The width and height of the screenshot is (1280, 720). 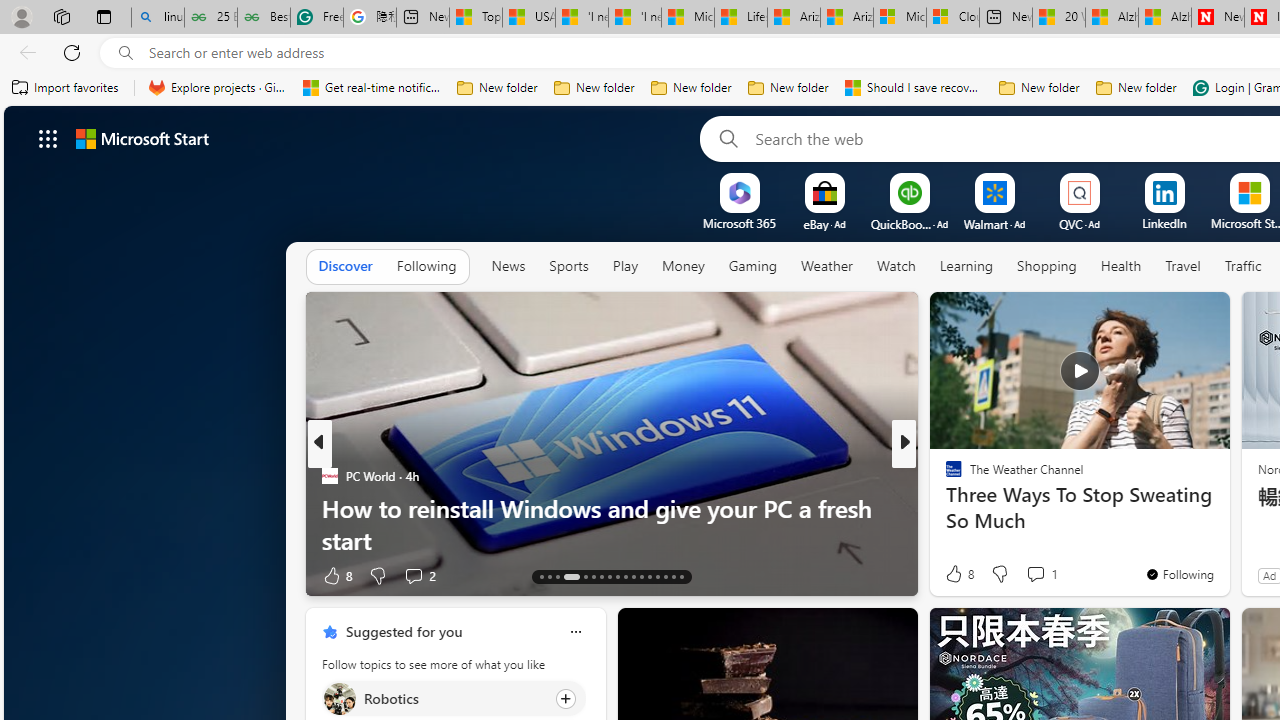 What do you see at coordinates (1050, 575) in the screenshot?
I see `'View comments 36 Comment'` at bounding box center [1050, 575].